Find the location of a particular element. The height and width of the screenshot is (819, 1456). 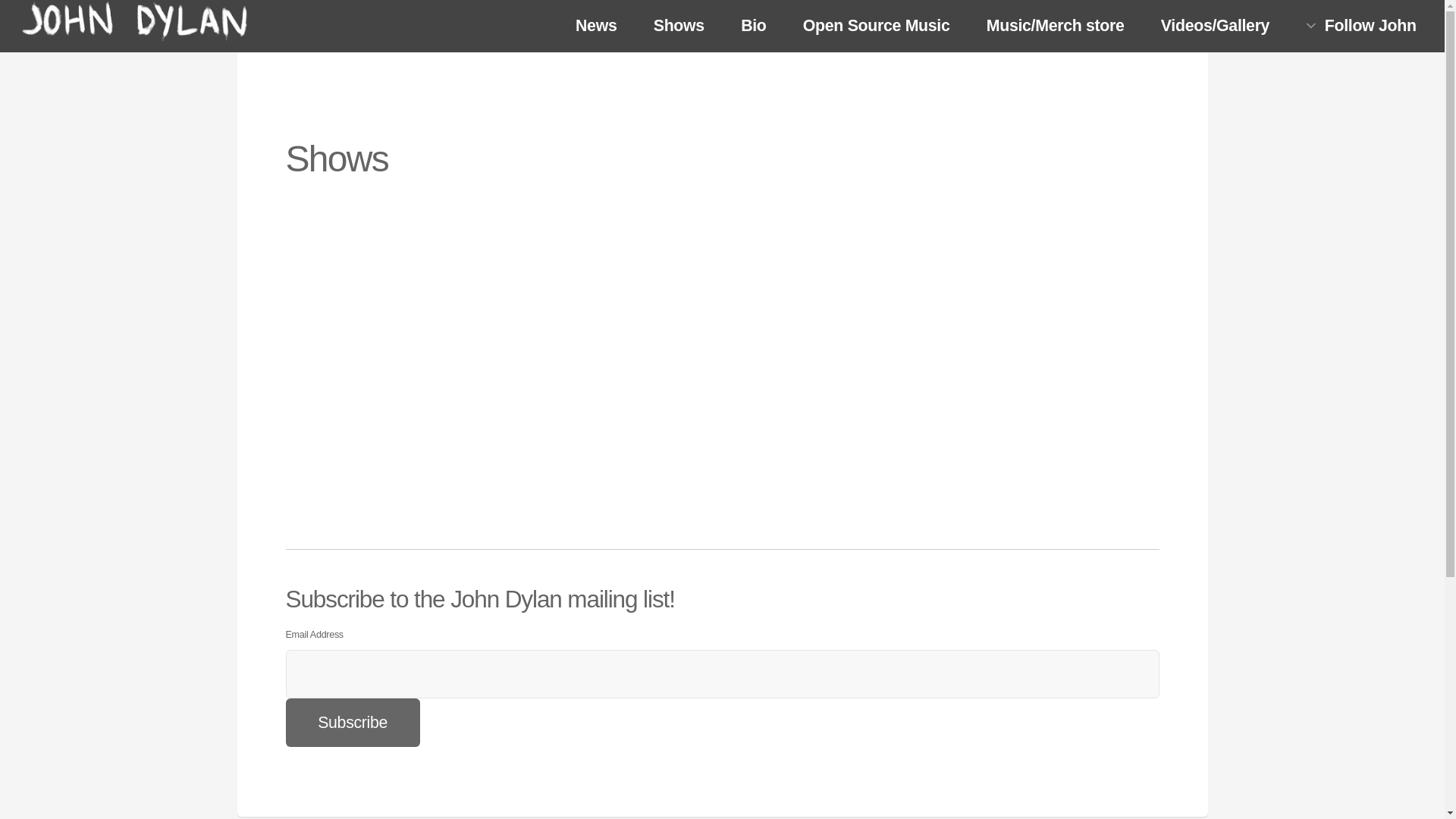

'Open Source Music' is located at coordinates (876, 27).